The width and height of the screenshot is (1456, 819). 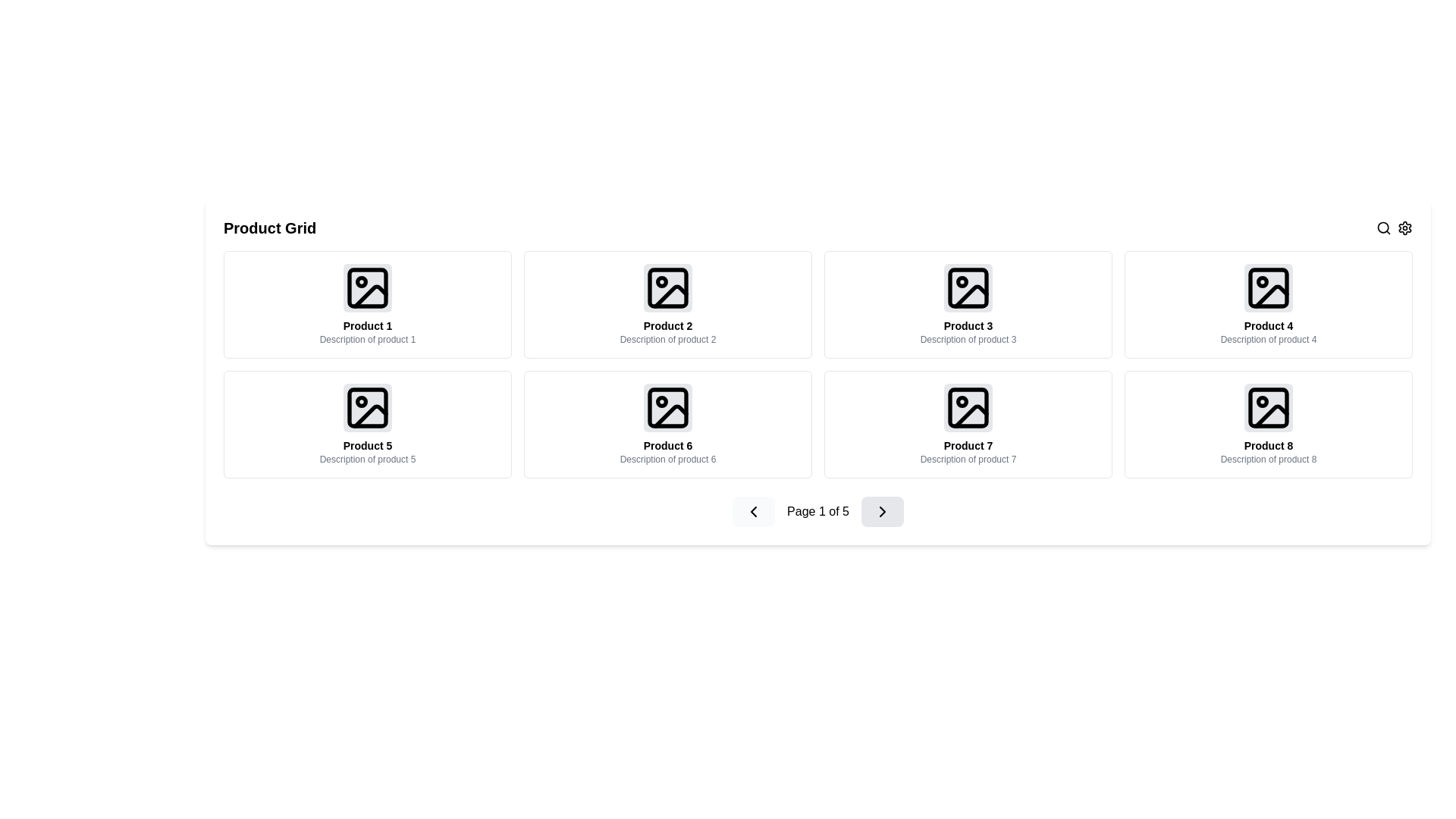 I want to click on the small circular SVG element representing 'Product 8' in the bottom right icon of the grid, so click(x=1263, y=400).